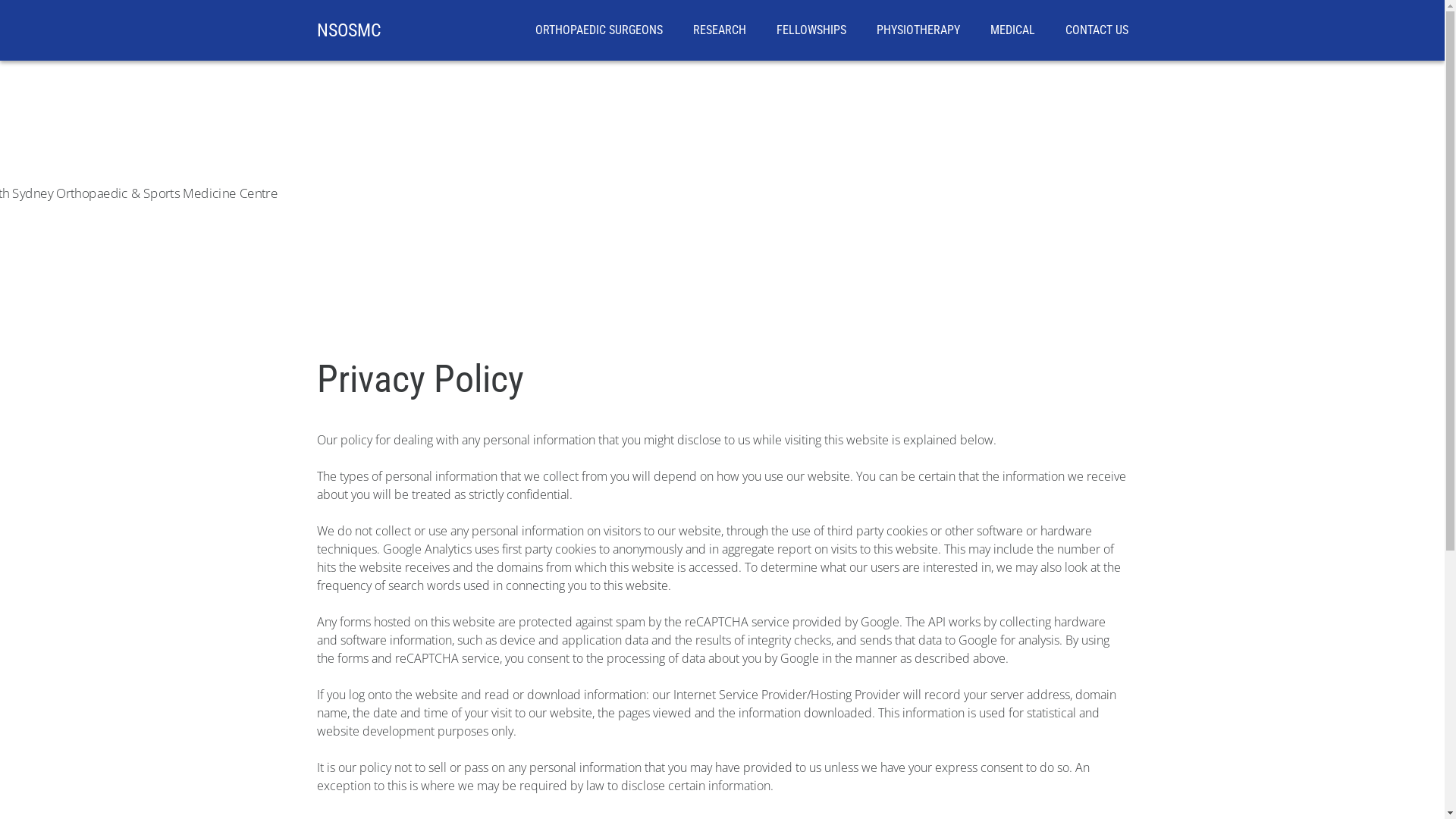  Describe the element at coordinates (1012, 30) in the screenshot. I see `'MEDICAL'` at that location.